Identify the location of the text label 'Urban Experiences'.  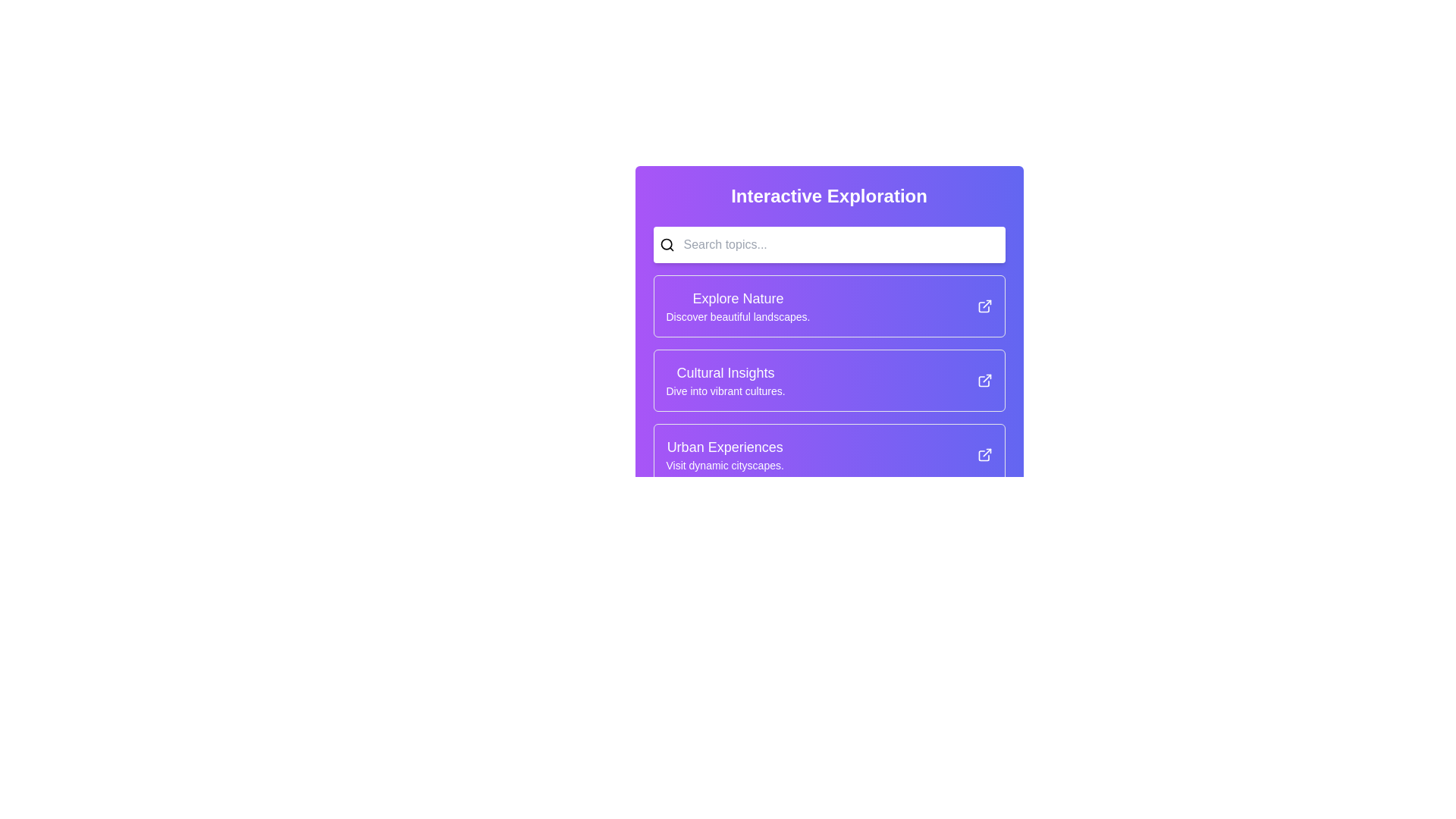
(724, 454).